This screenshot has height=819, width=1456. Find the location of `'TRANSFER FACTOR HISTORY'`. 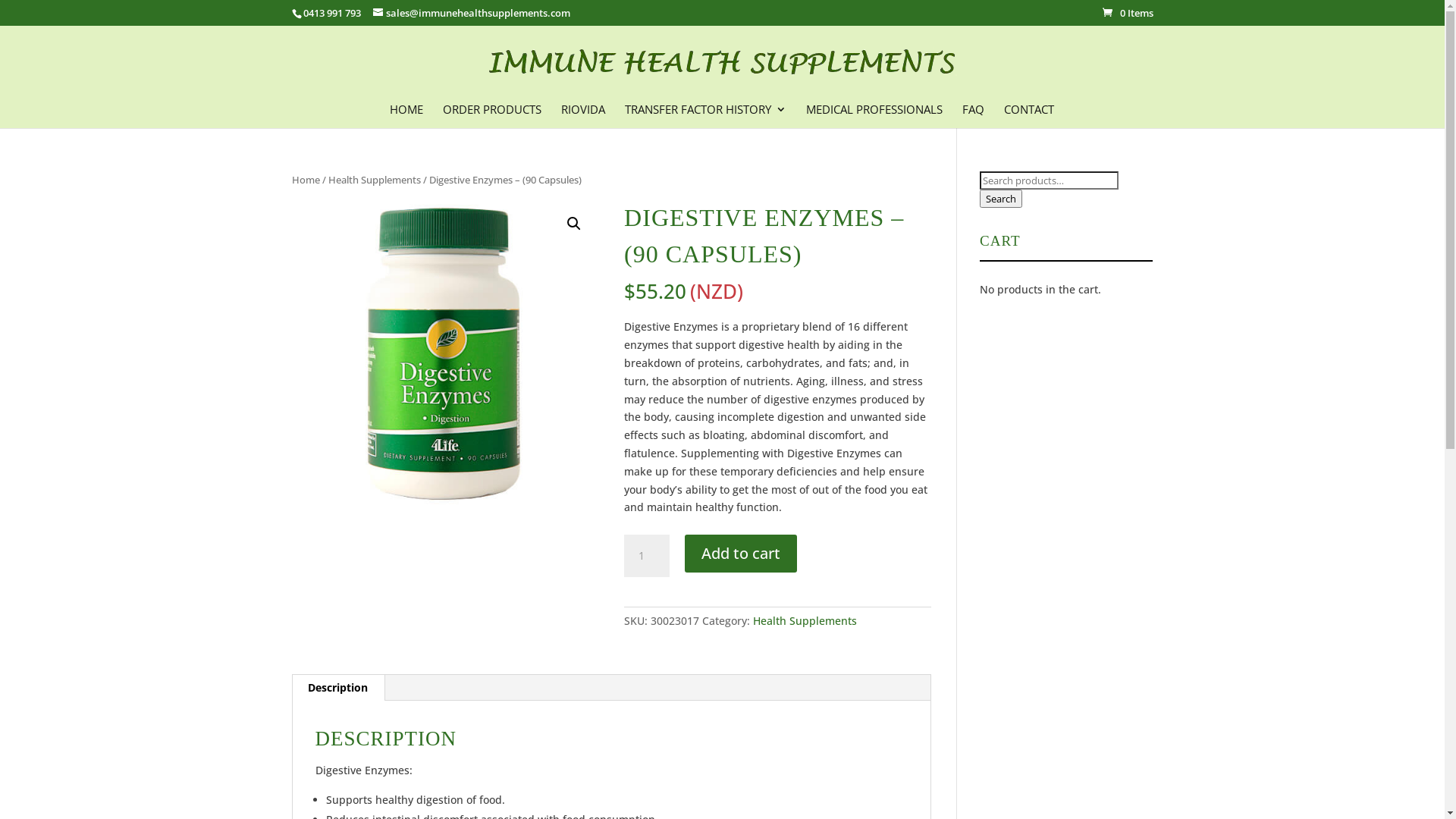

'TRANSFER FACTOR HISTORY' is located at coordinates (625, 114).